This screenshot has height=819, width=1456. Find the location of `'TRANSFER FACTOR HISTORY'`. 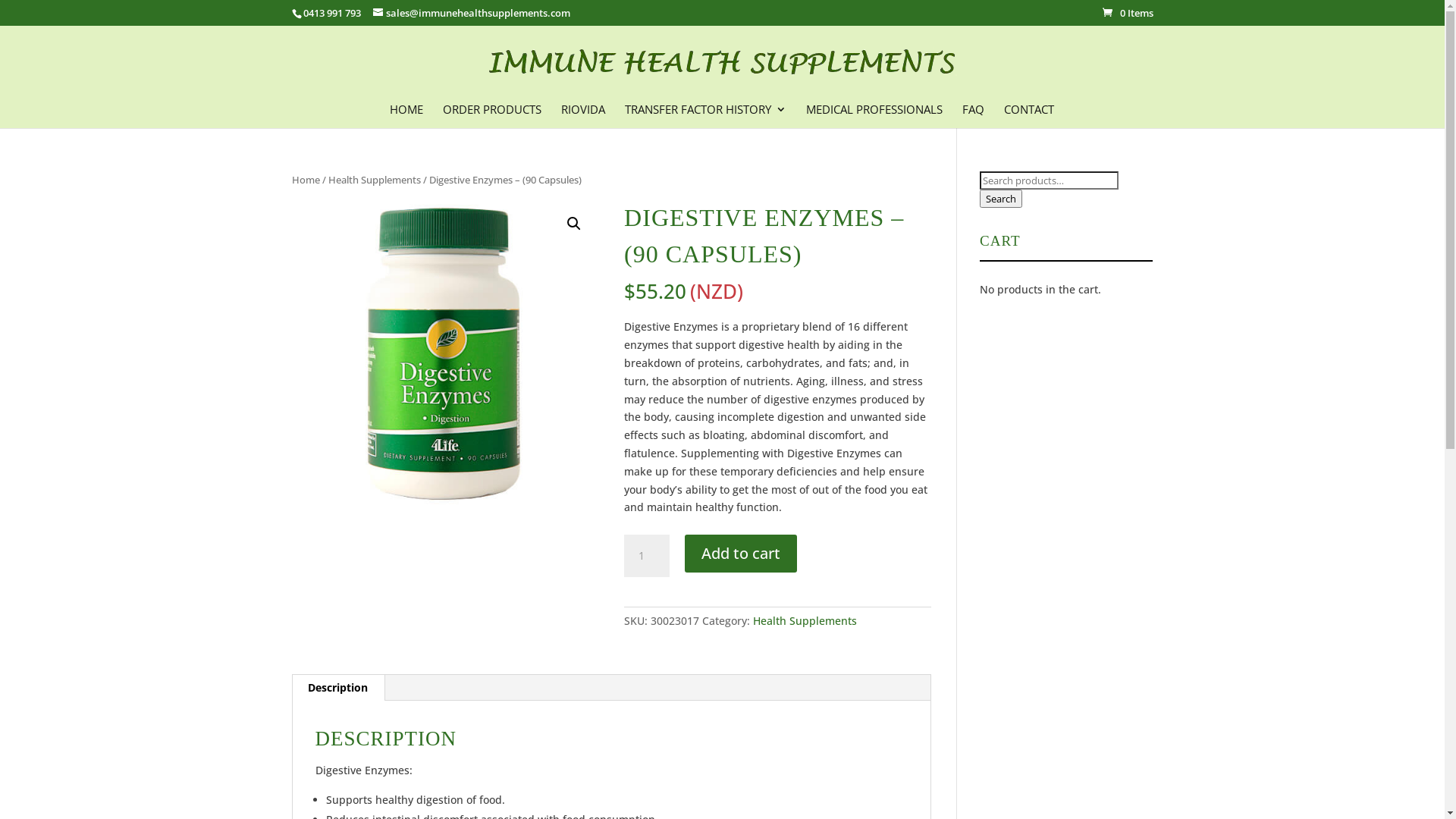

'TRANSFER FACTOR HISTORY' is located at coordinates (625, 114).